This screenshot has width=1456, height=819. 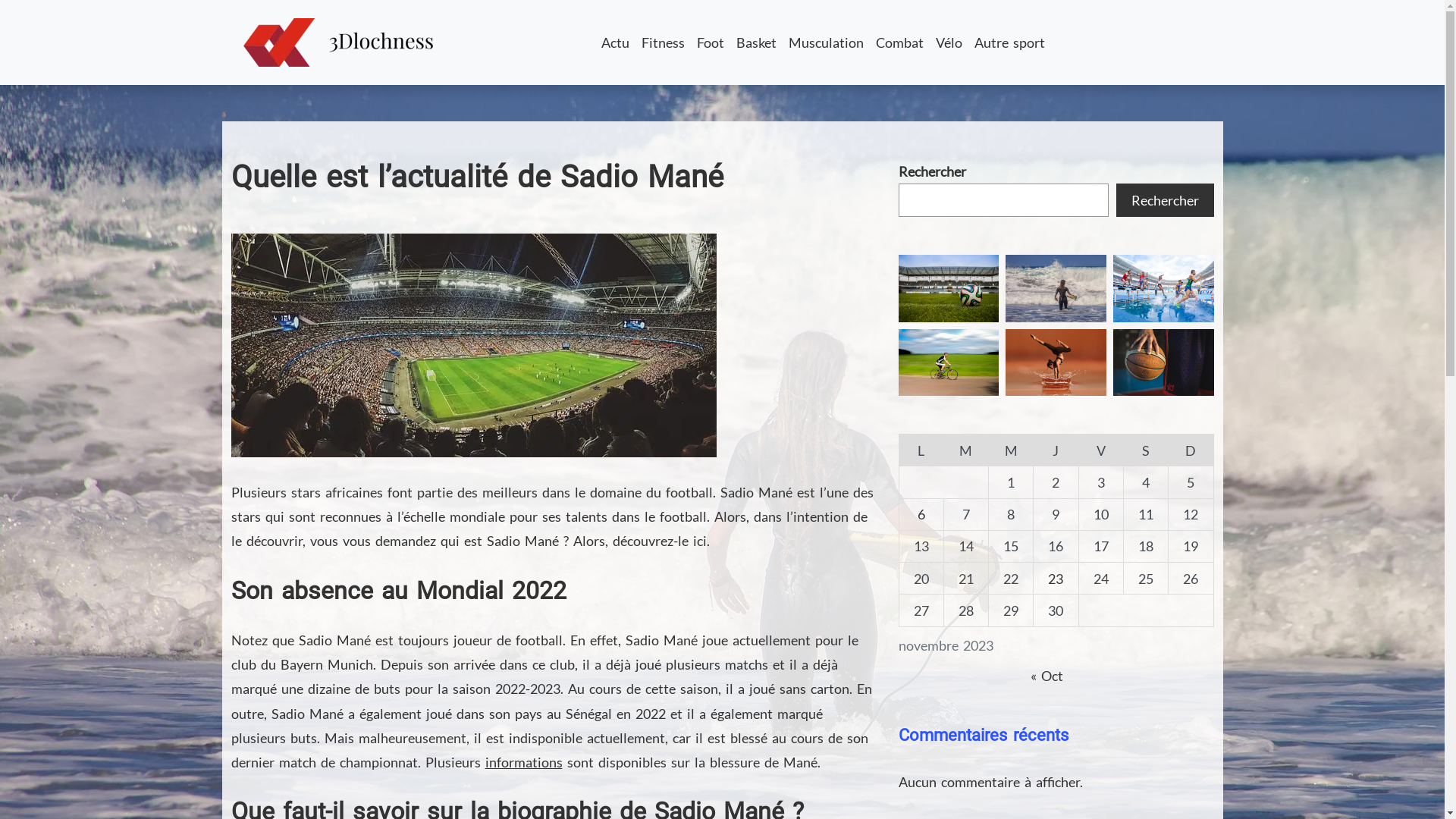 I want to click on '23', so click(x=1055, y=579).